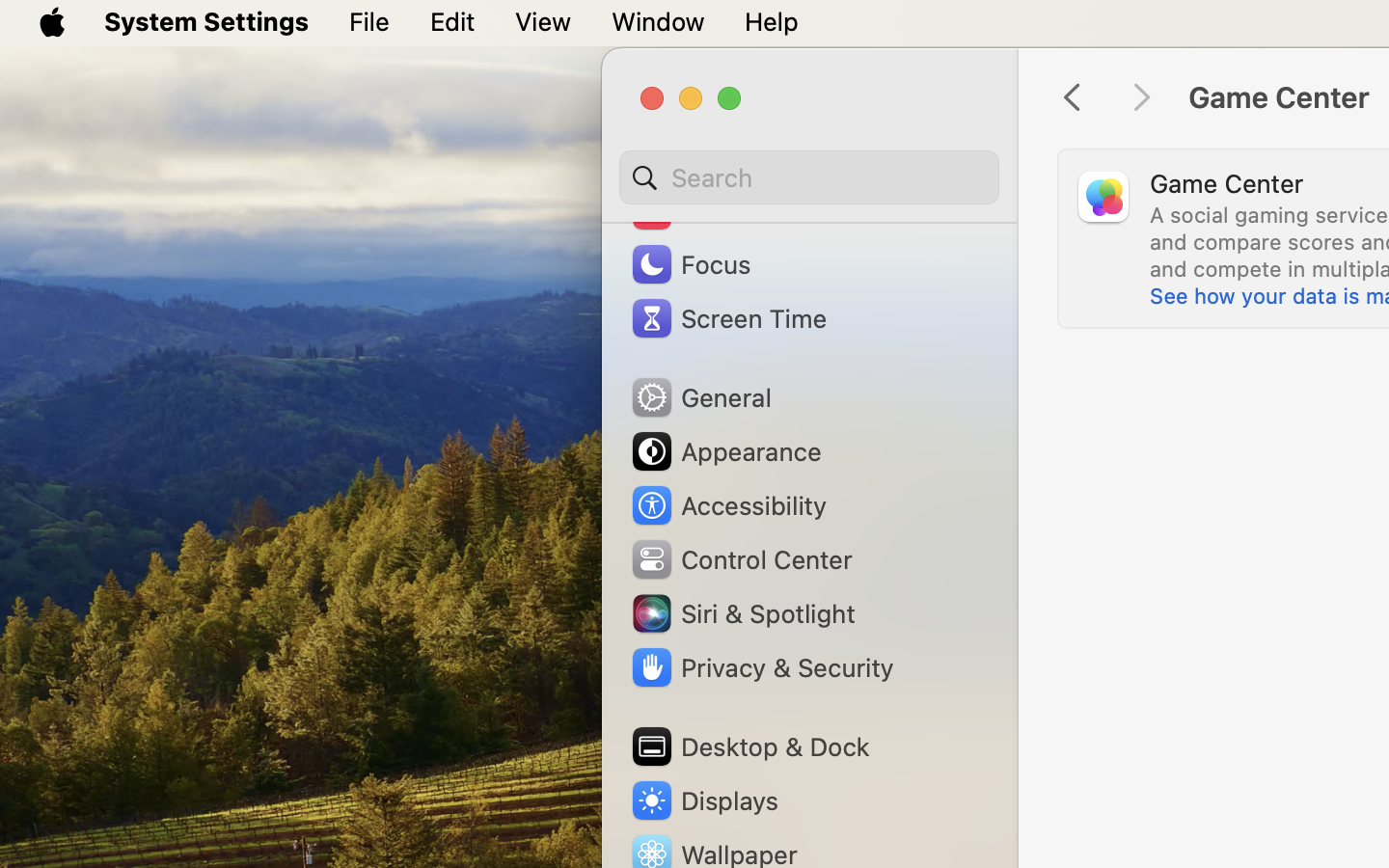 This screenshot has width=1389, height=868. I want to click on 'Desktop & Dock', so click(749, 746).